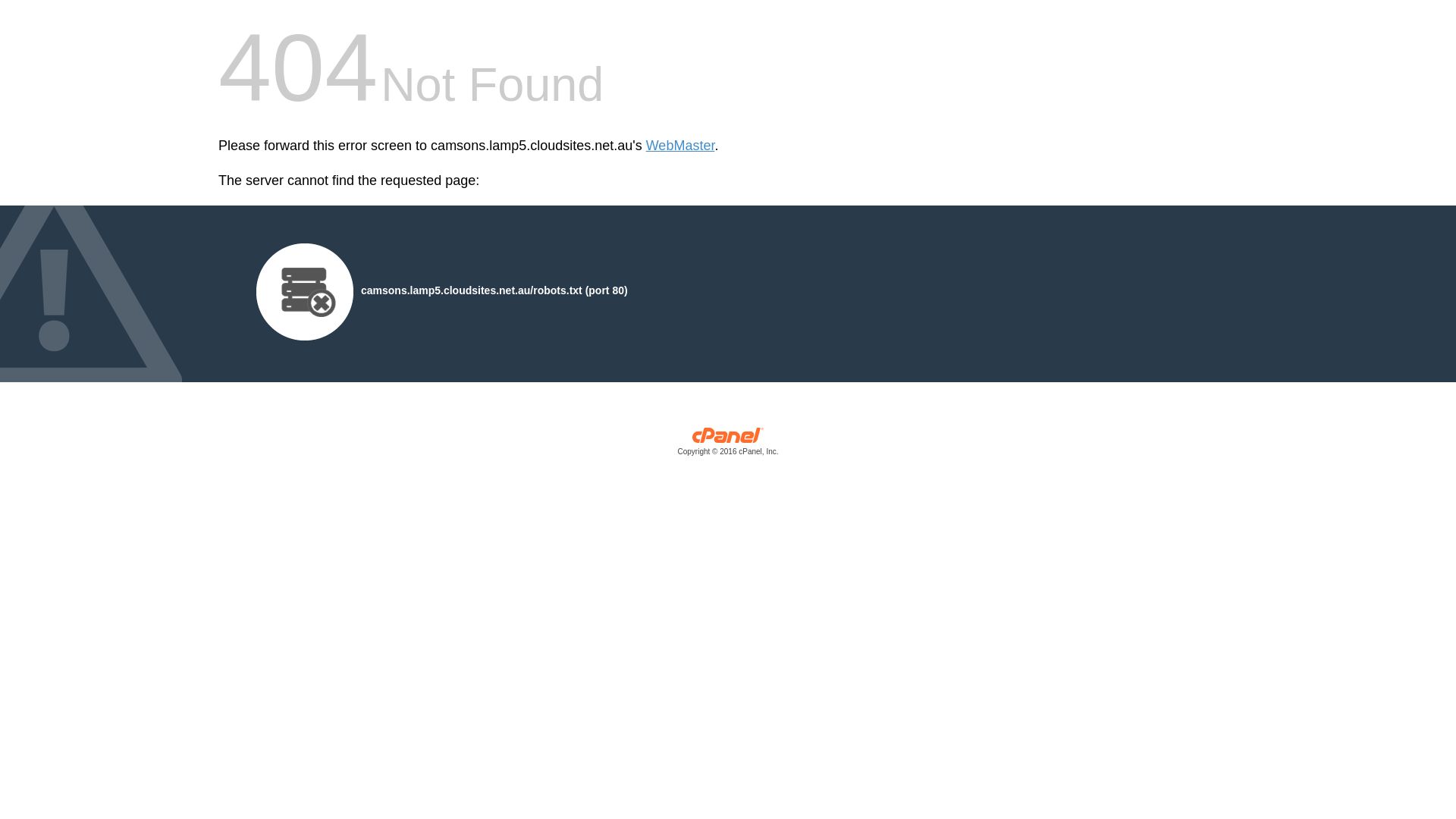  I want to click on 'WebMaster', so click(679, 146).